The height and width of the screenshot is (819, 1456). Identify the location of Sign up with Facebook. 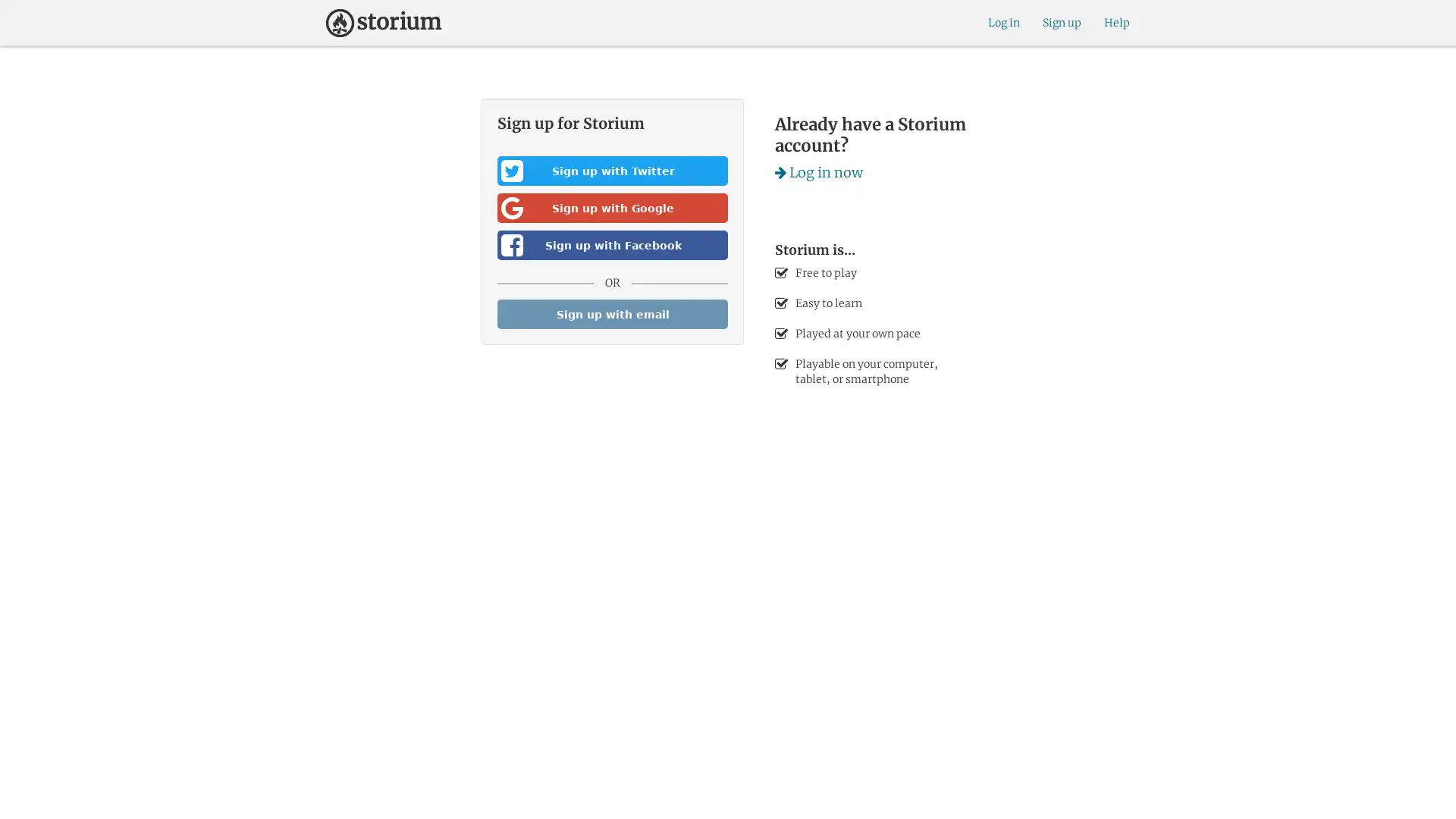
(612, 244).